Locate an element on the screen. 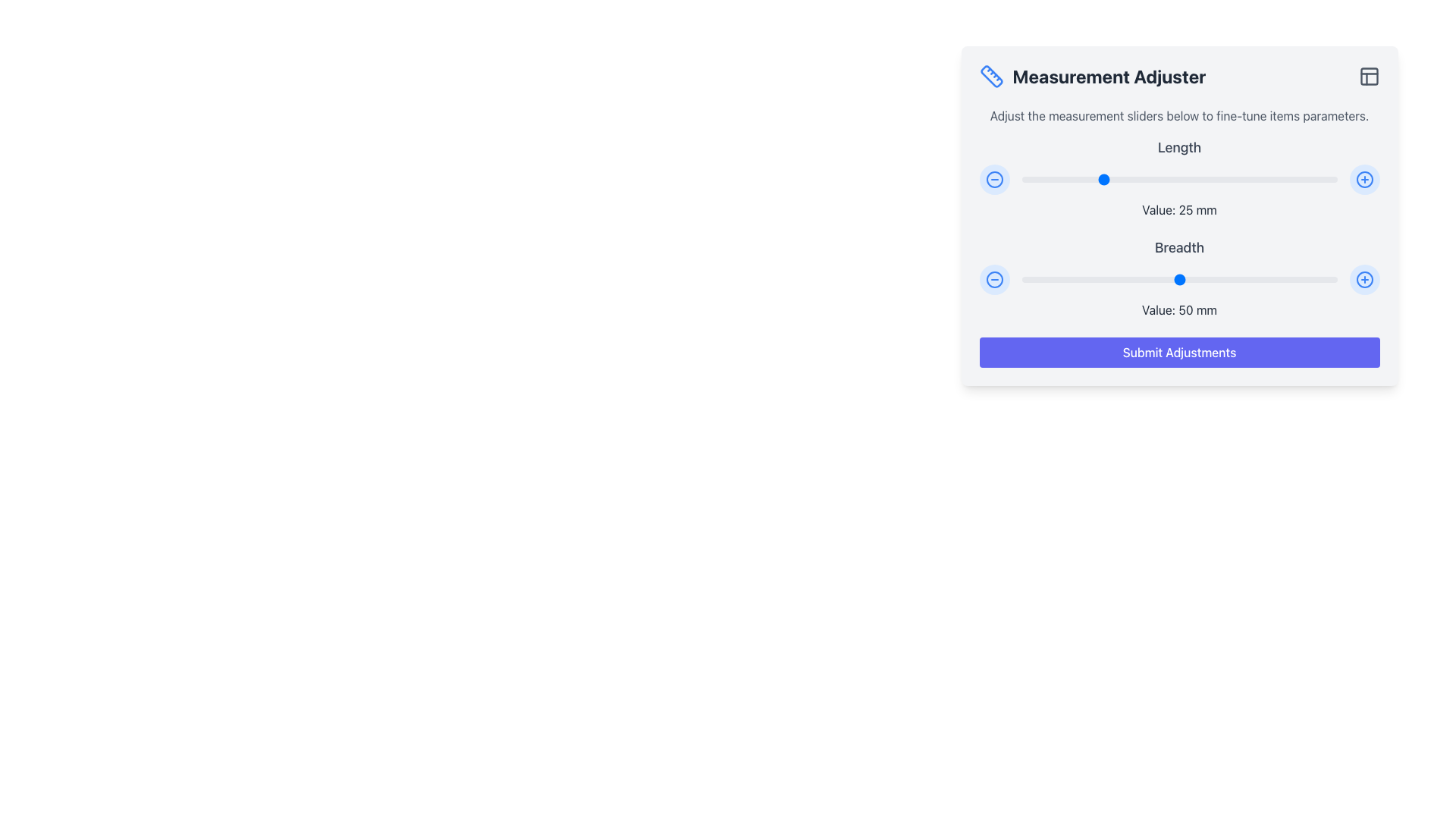  the 'Breadth' slider located in the control panel is located at coordinates (1178, 278).